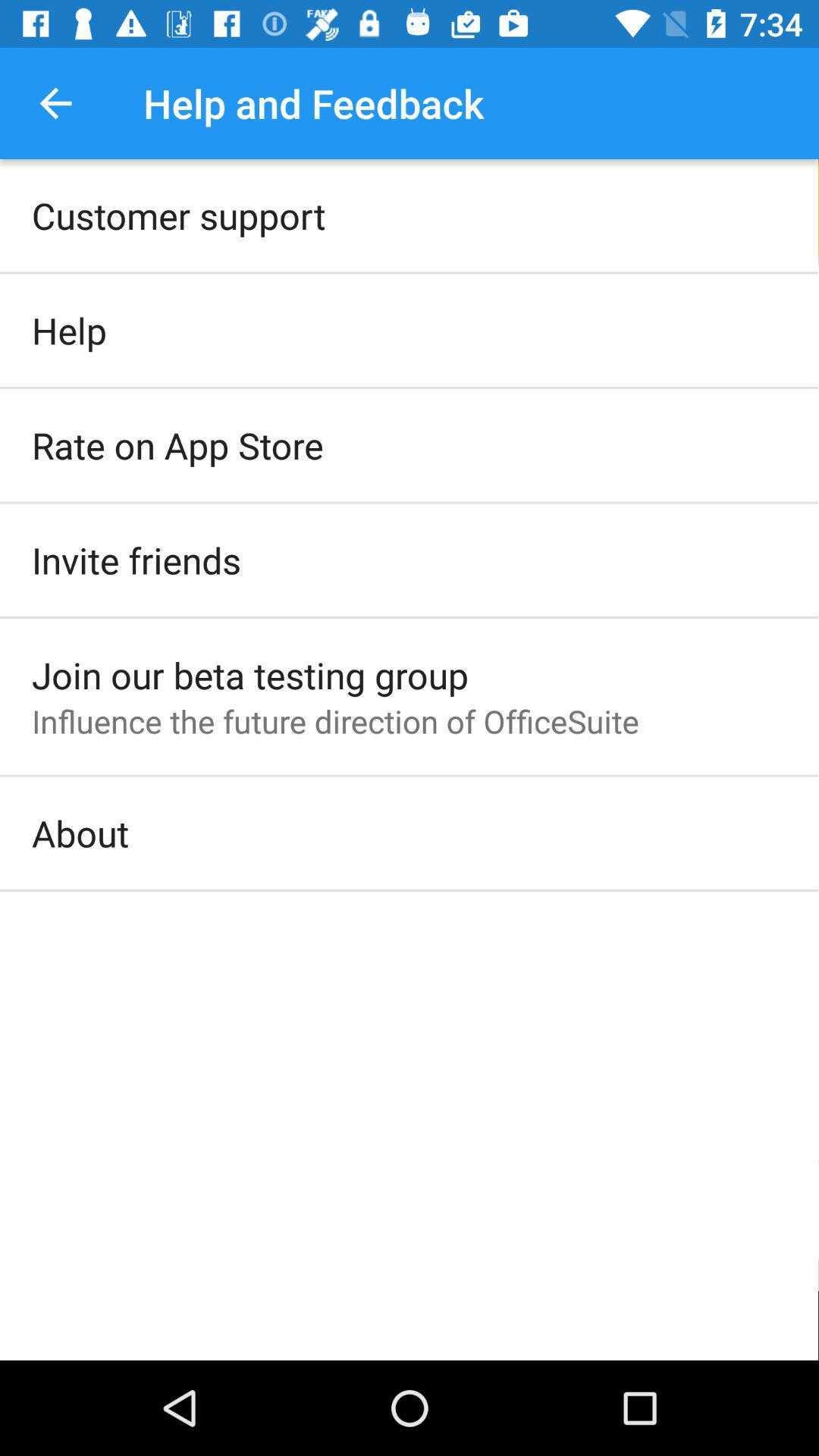 Image resolution: width=819 pixels, height=1456 pixels. Describe the element at coordinates (55, 102) in the screenshot. I see `go back` at that location.